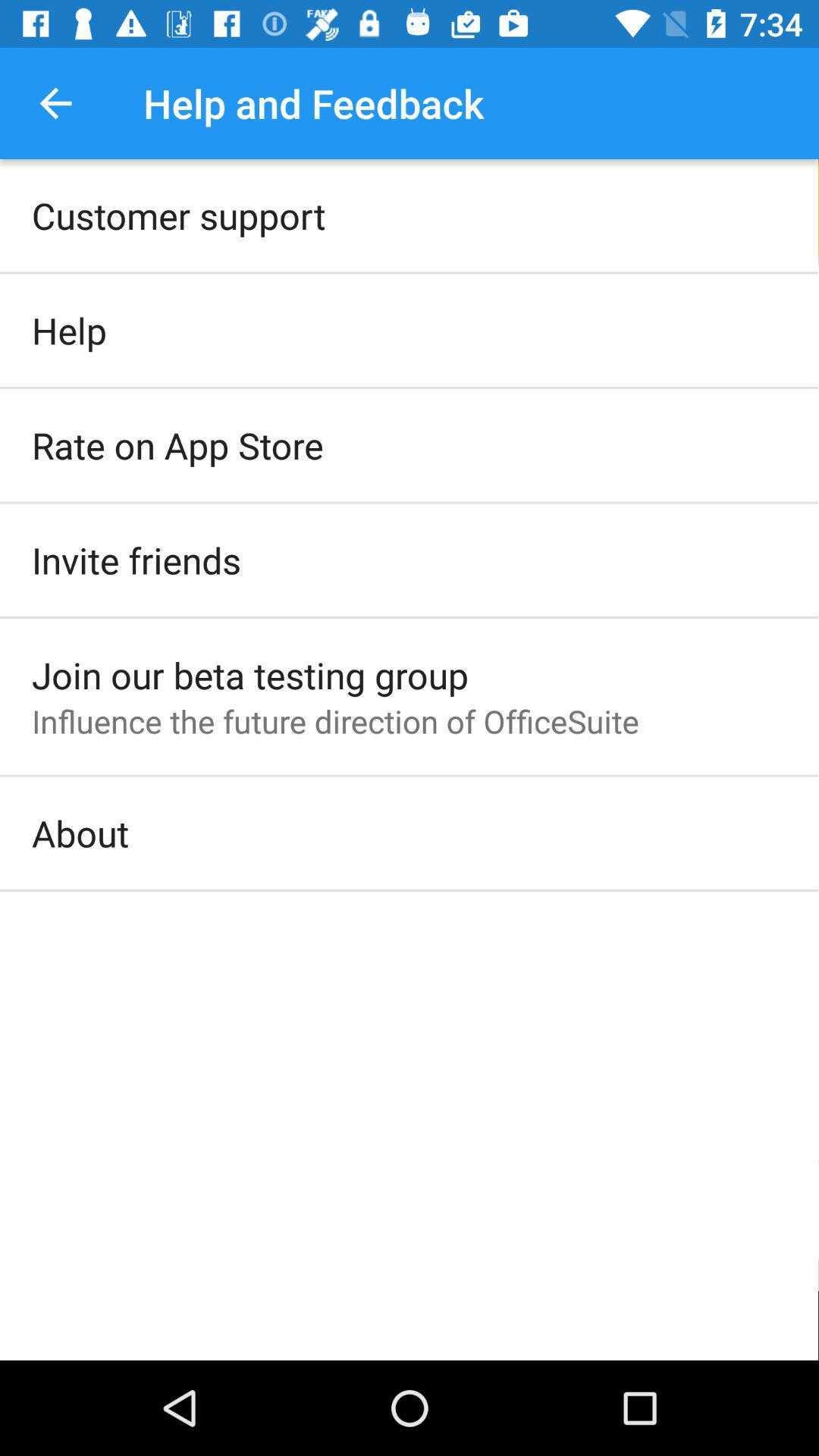 Image resolution: width=819 pixels, height=1456 pixels. Describe the element at coordinates (55, 102) in the screenshot. I see `go back` at that location.